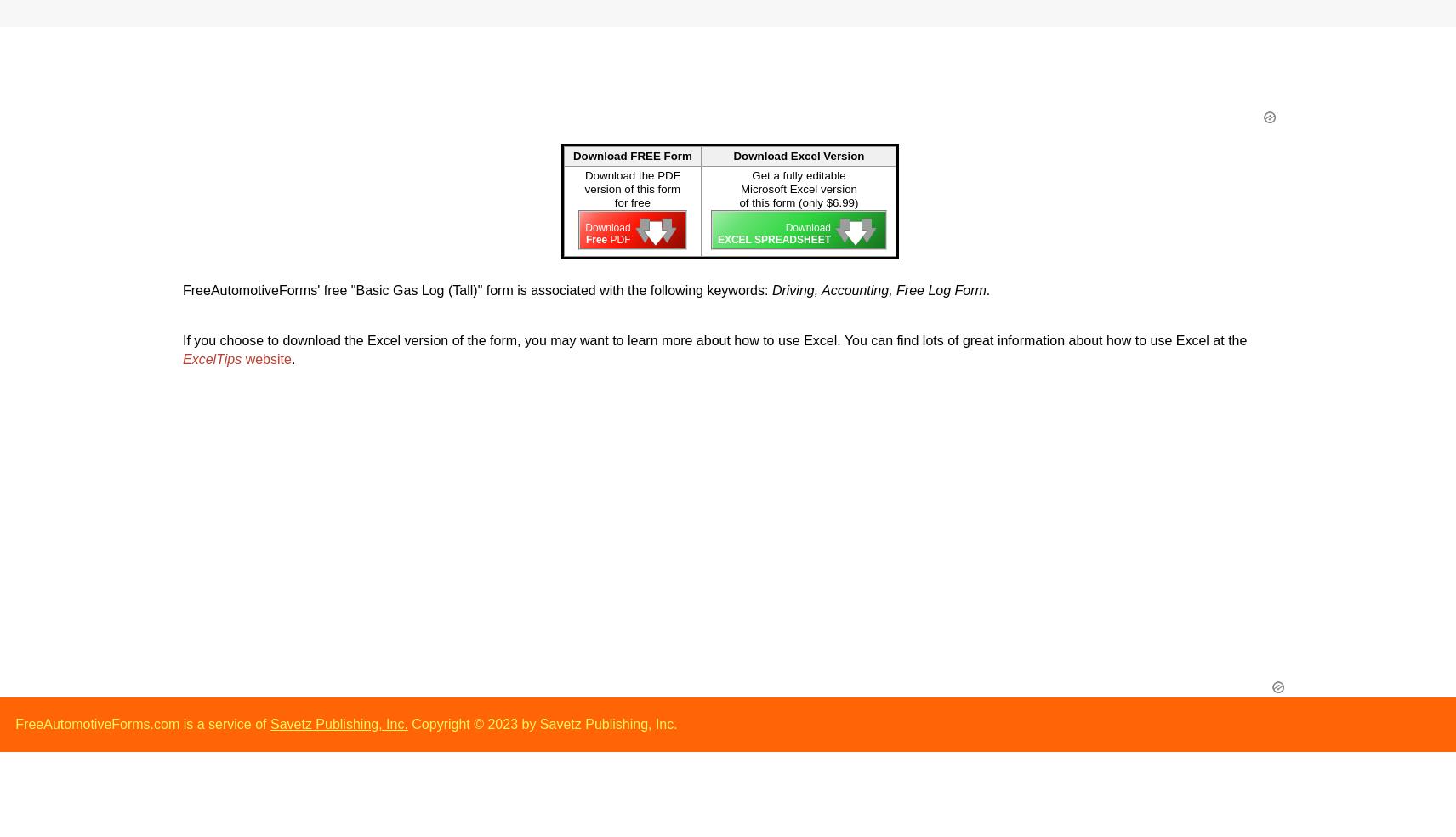 Image resolution: width=1456 pixels, height=837 pixels. I want to click on 'Download Excel Version', so click(798, 156).